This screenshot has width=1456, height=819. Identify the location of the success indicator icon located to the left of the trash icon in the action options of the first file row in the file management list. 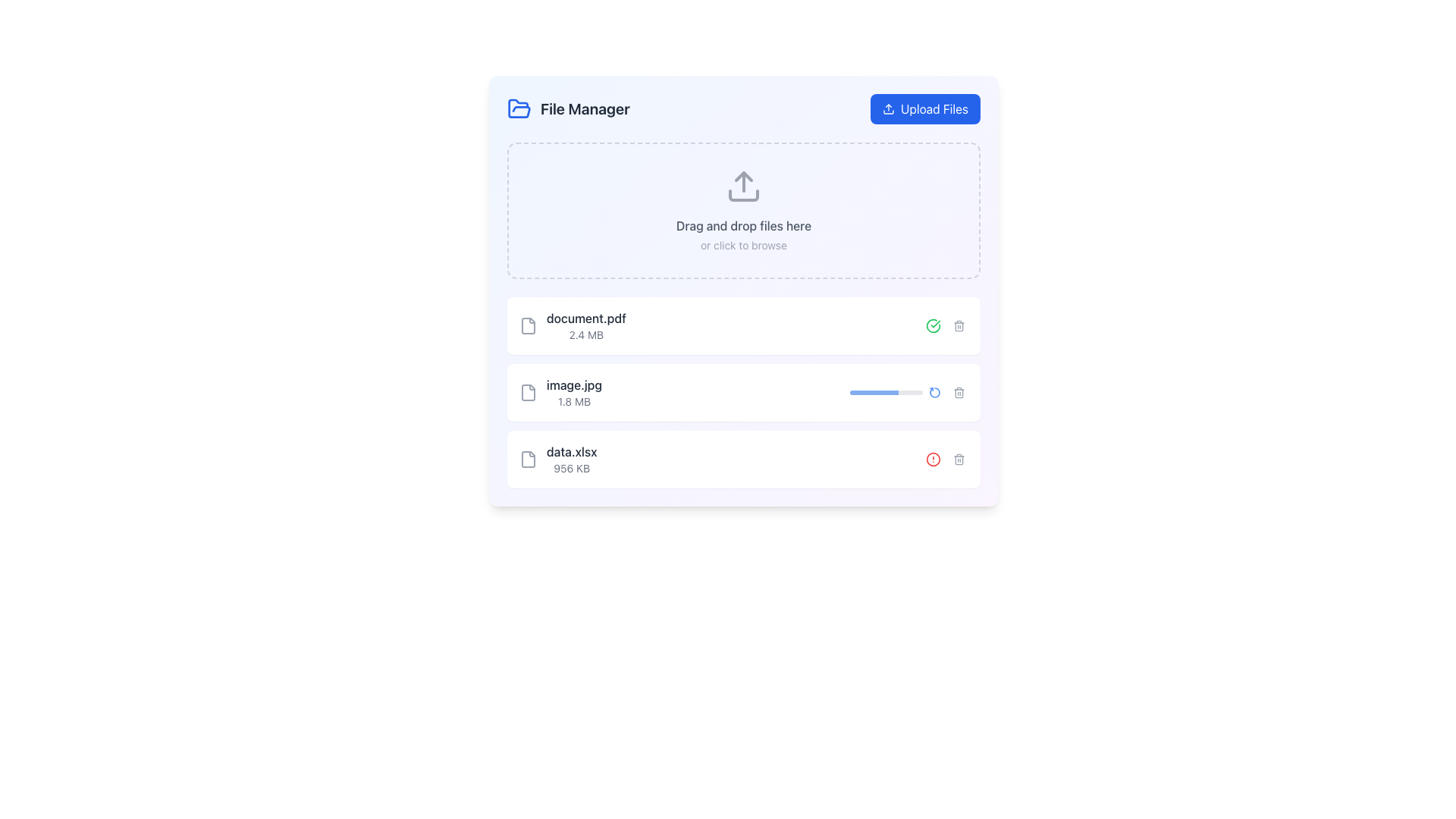
(932, 325).